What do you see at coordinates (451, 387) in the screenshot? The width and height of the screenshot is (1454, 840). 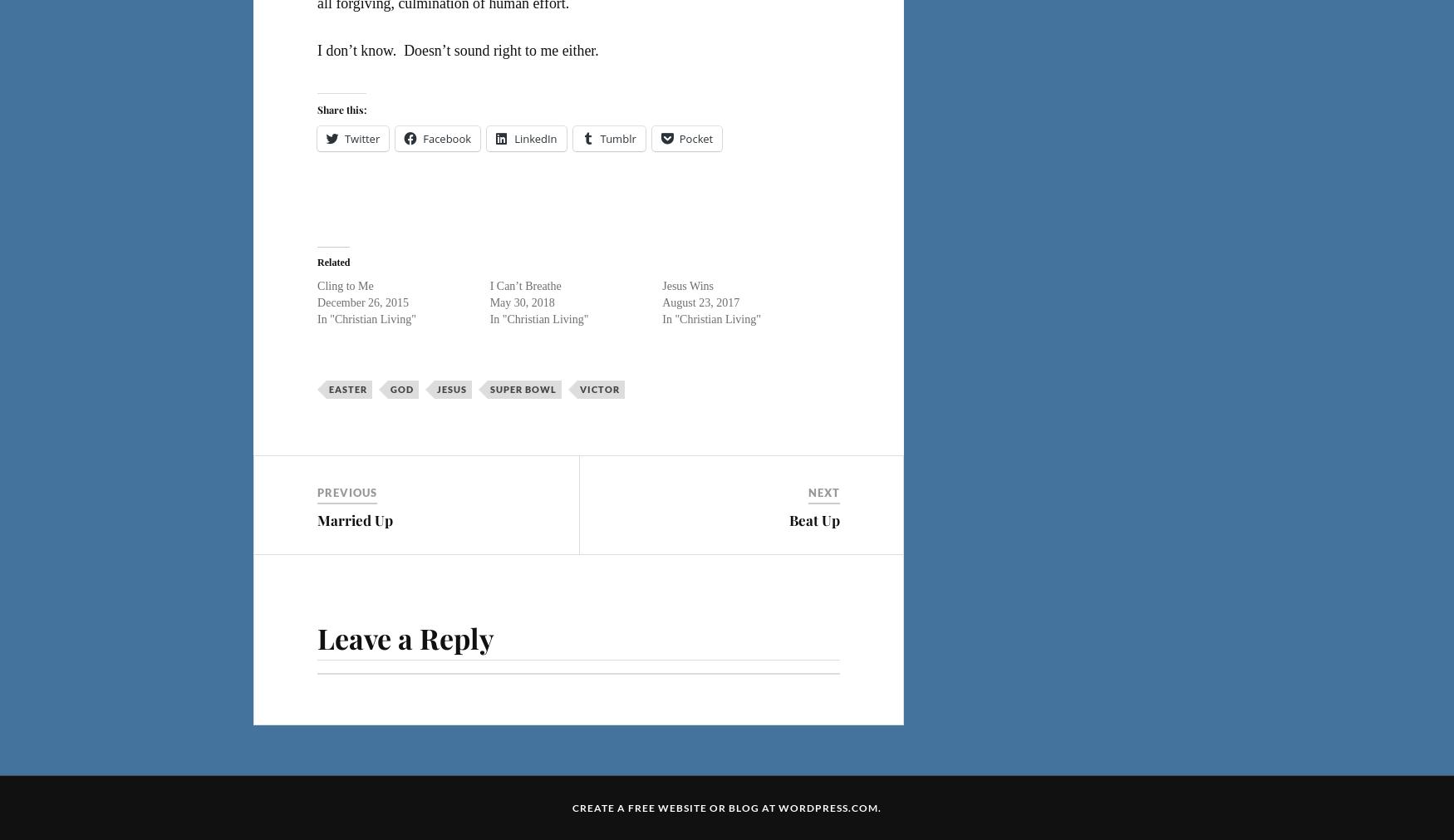 I see `'Jesus'` at bounding box center [451, 387].